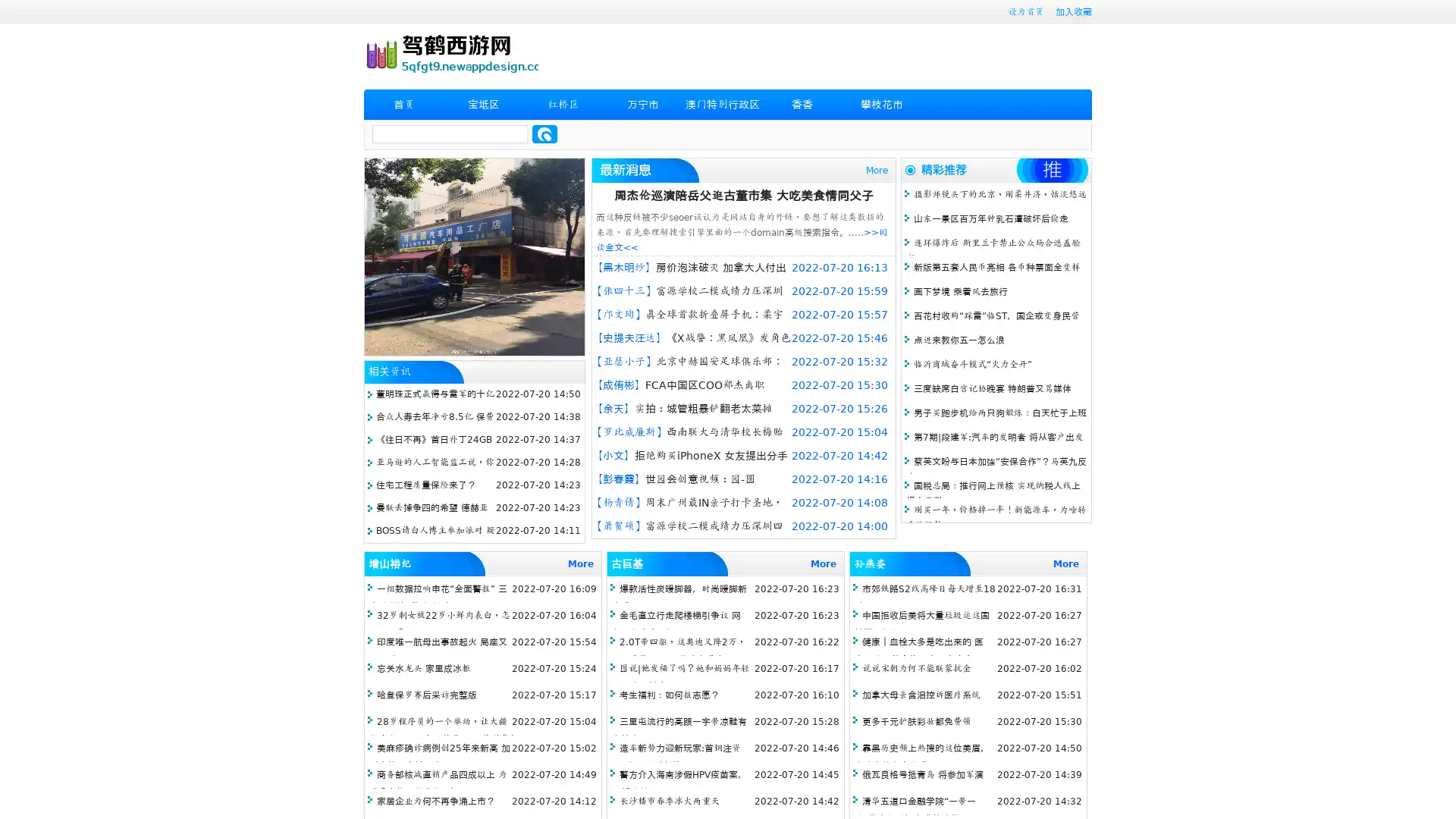  I want to click on Search, so click(544, 133).